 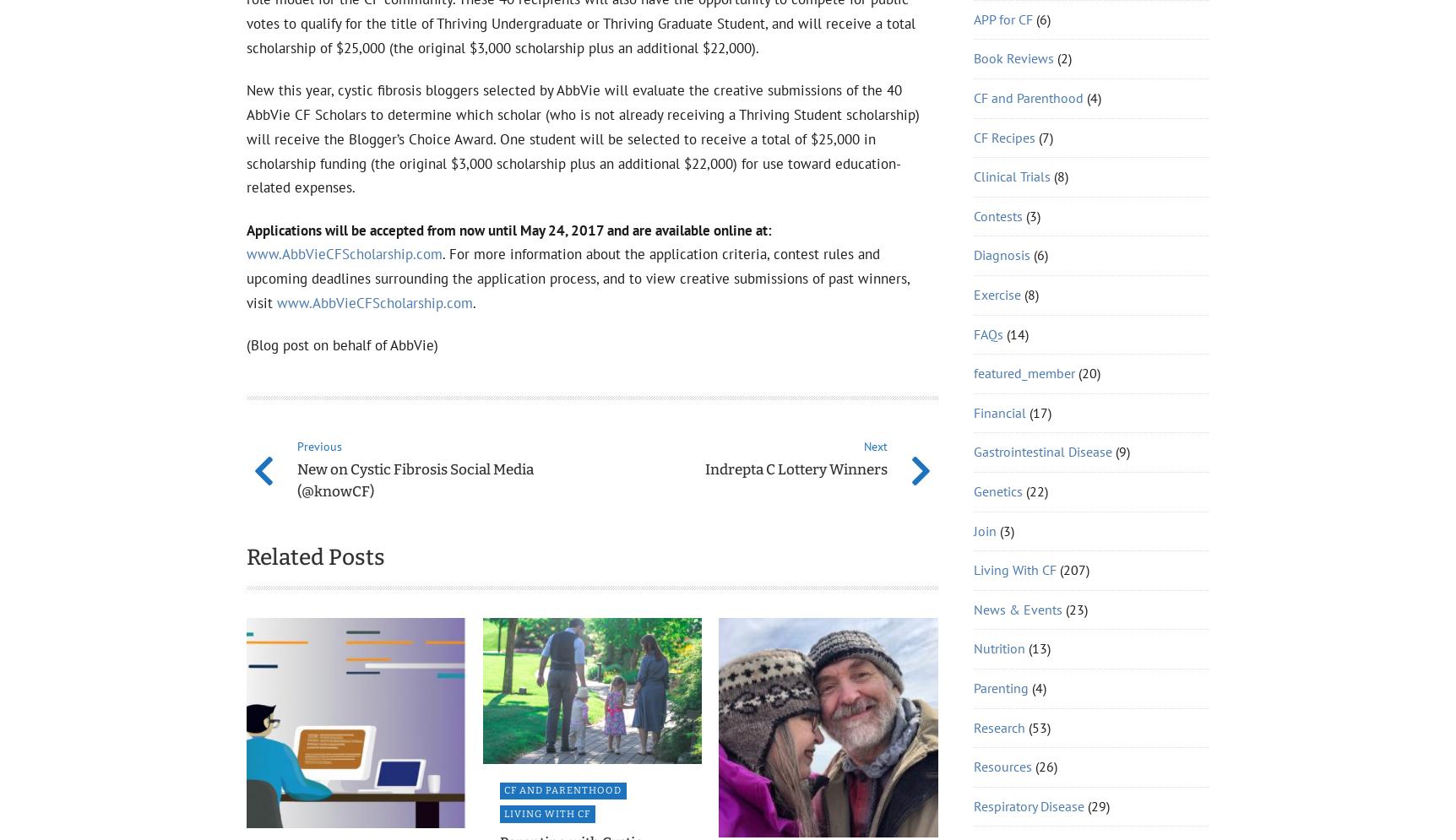 What do you see at coordinates (1019, 392) in the screenshot?
I see `'(10)'` at bounding box center [1019, 392].